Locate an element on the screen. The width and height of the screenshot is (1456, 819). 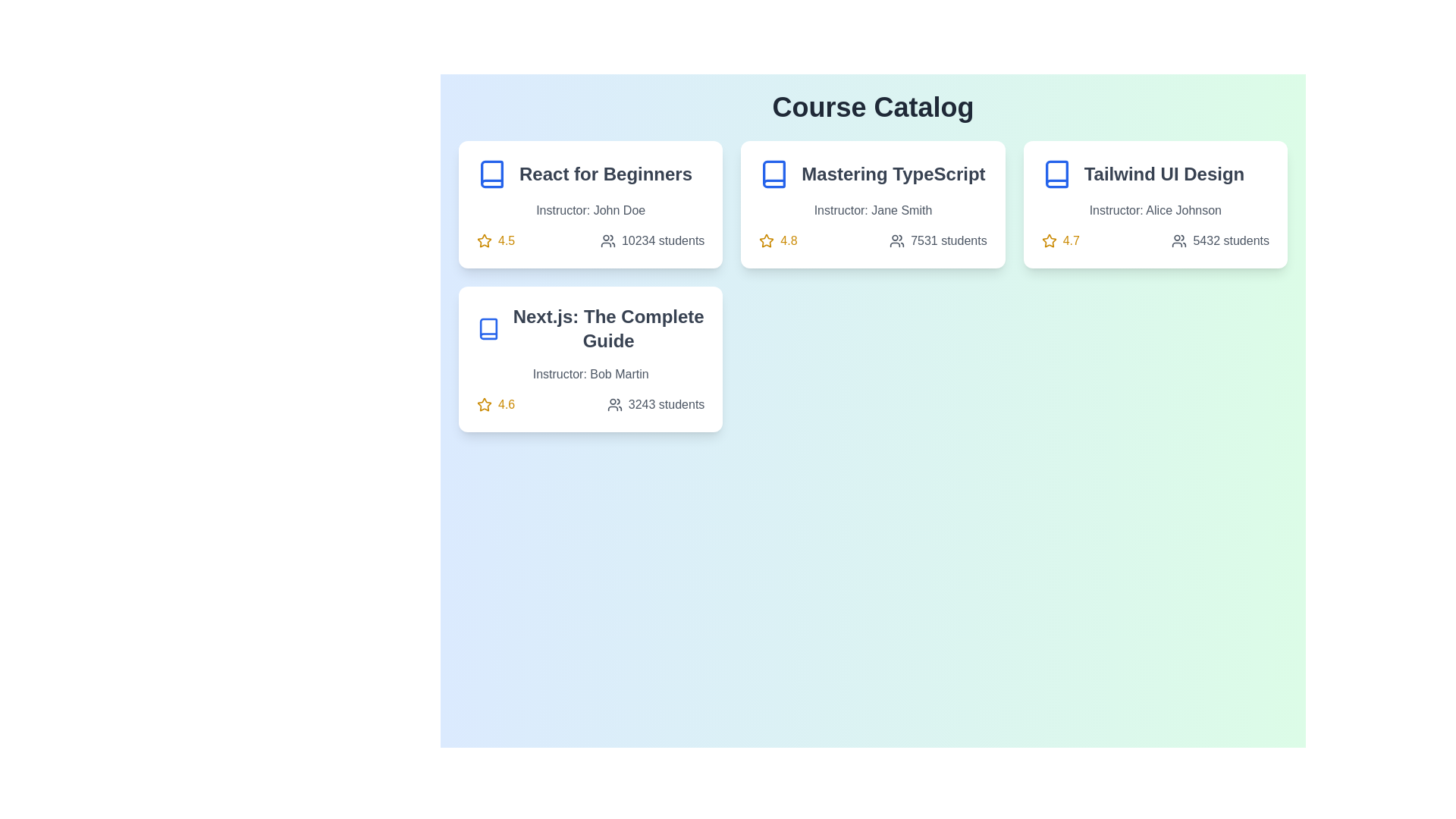
the text label that displays 'Instructor: John Doe' which is styled in gray and located below the course title 'React for Beginners' is located at coordinates (590, 210).